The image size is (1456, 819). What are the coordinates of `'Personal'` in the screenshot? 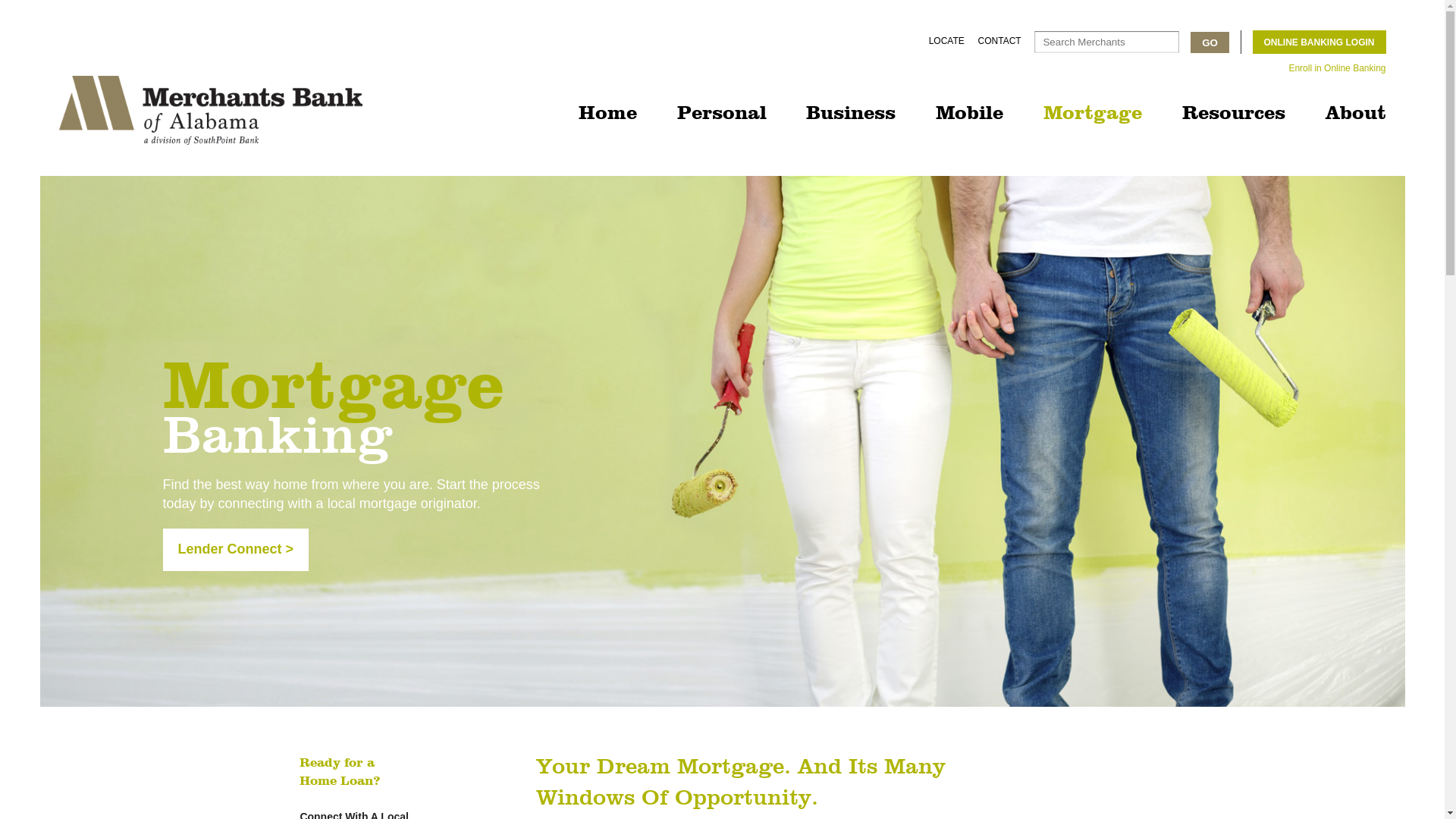 It's located at (720, 113).